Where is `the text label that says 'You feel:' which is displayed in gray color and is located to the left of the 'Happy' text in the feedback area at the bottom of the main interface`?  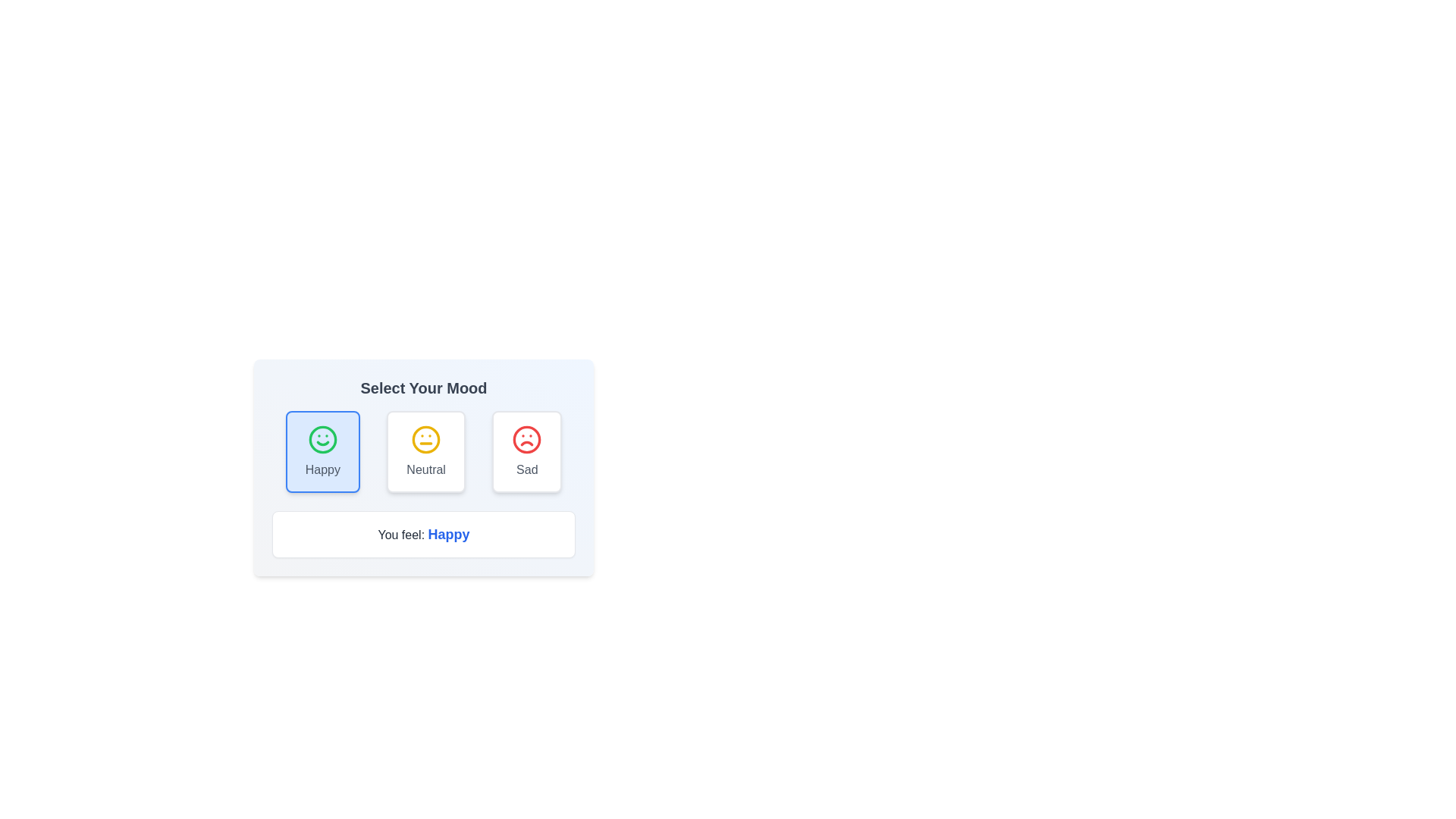
the text label that says 'You feel:' which is displayed in gray color and is located to the left of the 'Happy' text in the feedback area at the bottom of the main interface is located at coordinates (403, 534).